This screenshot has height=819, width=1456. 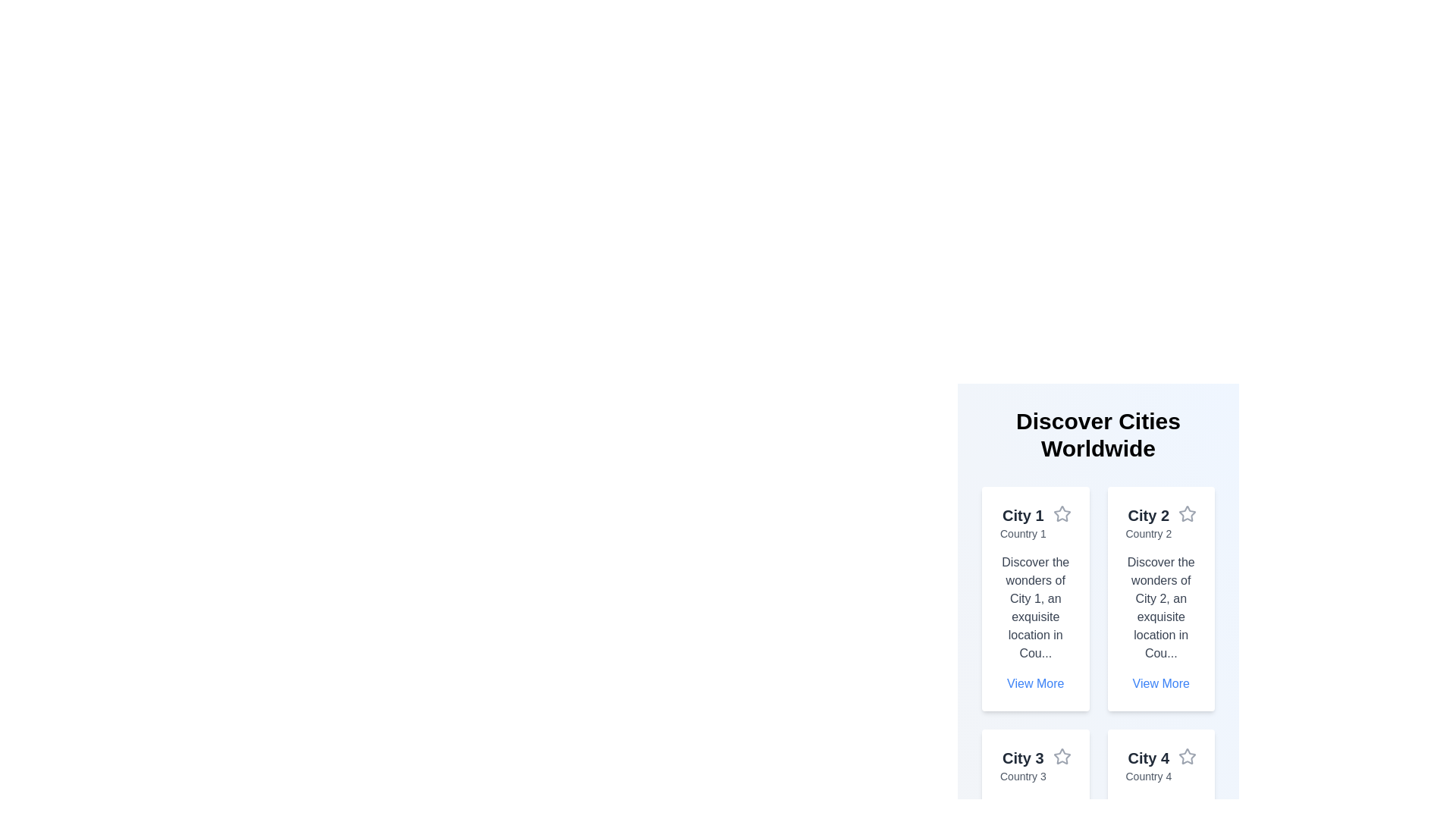 What do you see at coordinates (1148, 514) in the screenshot?
I see `the text 'City 2' which is styled with a bold font and located within the second card of the grid layout, directly above 'Country 2'` at bounding box center [1148, 514].